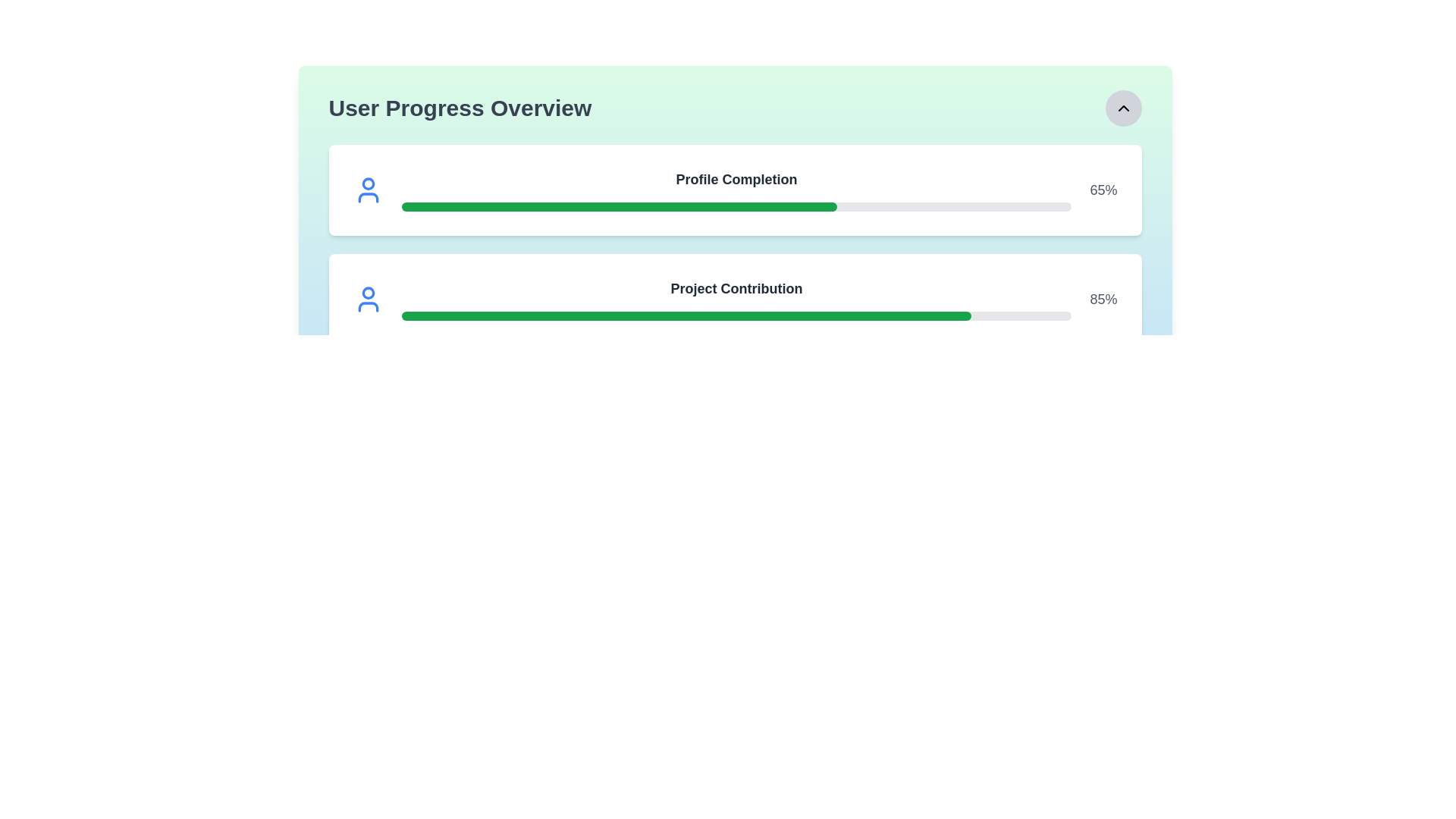 The width and height of the screenshot is (1456, 819). What do you see at coordinates (736, 178) in the screenshot?
I see `the static text label that describes the progress being tracked, located above the green progress indicator in the card-like section of the interface` at bounding box center [736, 178].